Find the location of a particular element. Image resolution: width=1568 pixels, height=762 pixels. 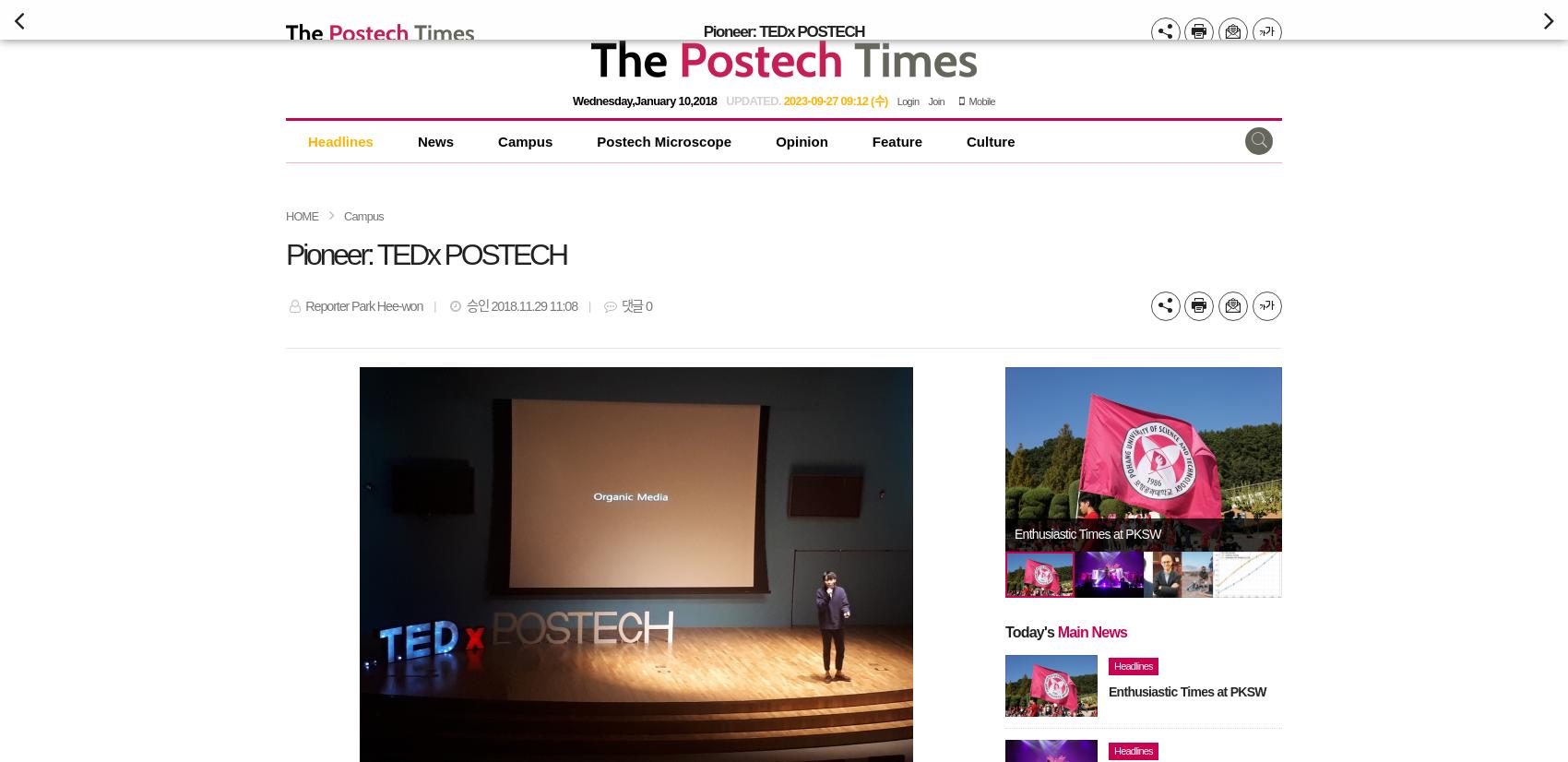

'Uncertainty Reveals the Security Level' is located at coordinates (1111, 533).